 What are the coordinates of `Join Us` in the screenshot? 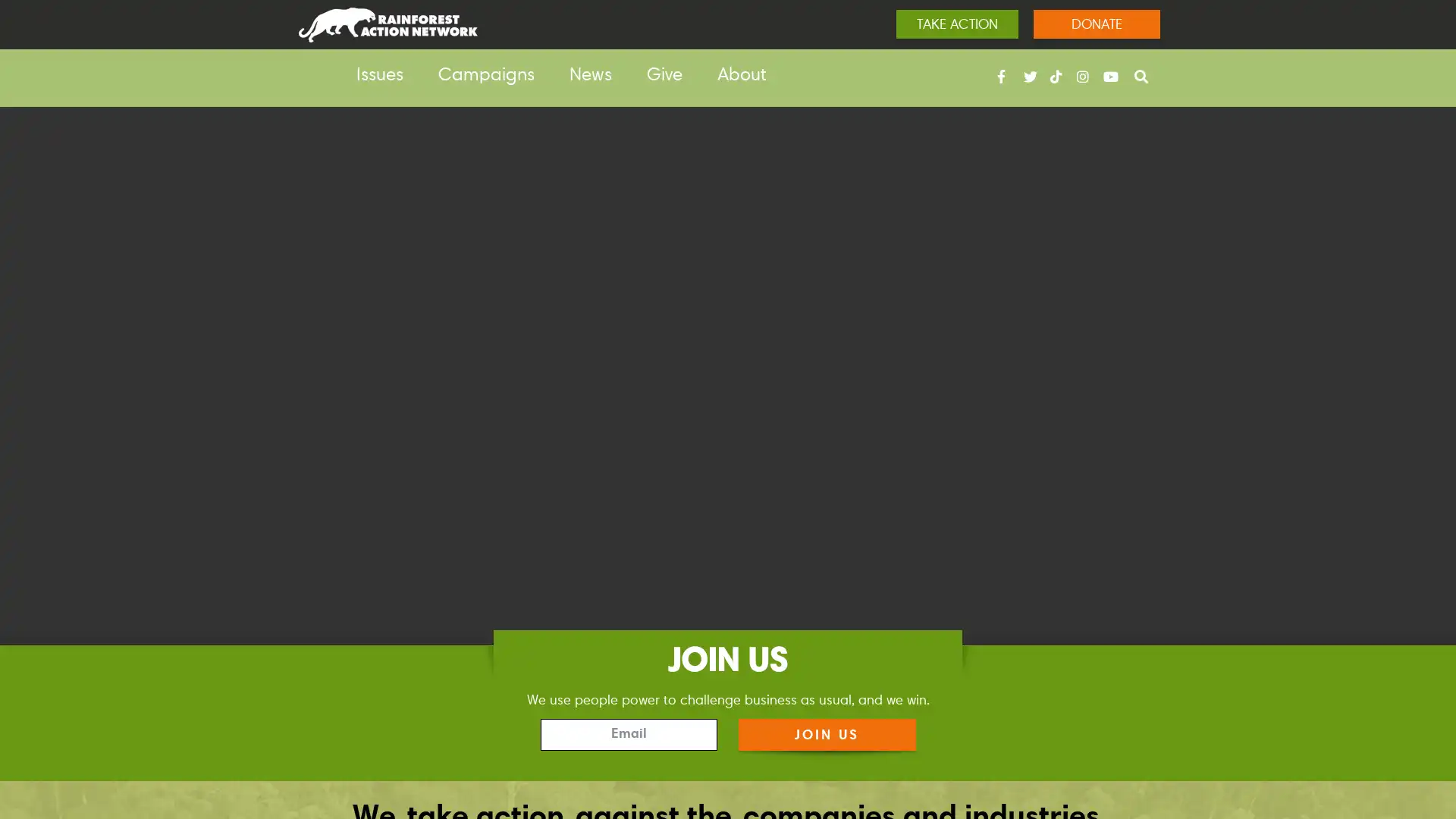 It's located at (825, 733).